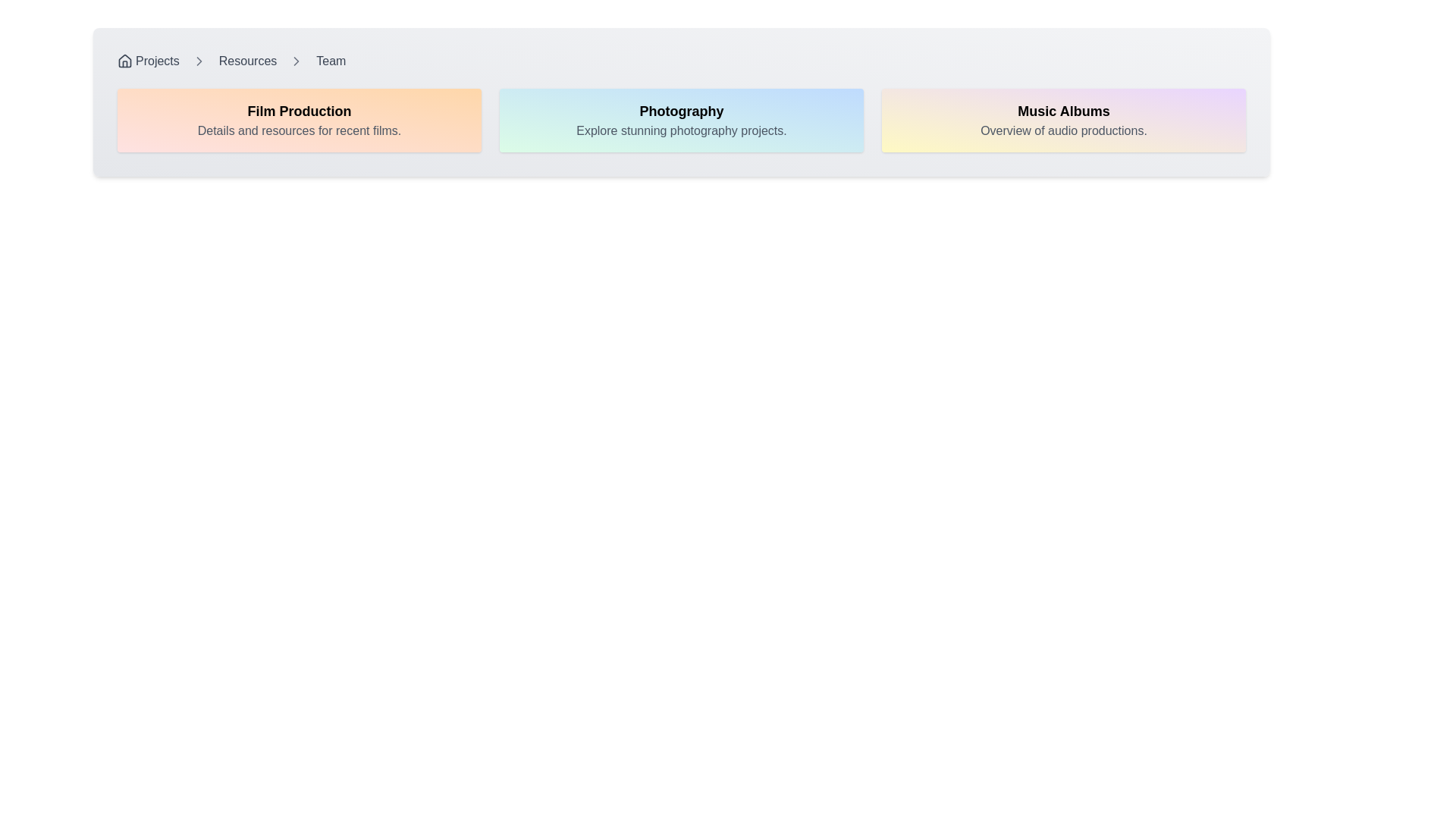 The image size is (1456, 819). Describe the element at coordinates (124, 61) in the screenshot. I see `the house-shaped icon in the navigation bar preceding the text 'Projects'` at that location.